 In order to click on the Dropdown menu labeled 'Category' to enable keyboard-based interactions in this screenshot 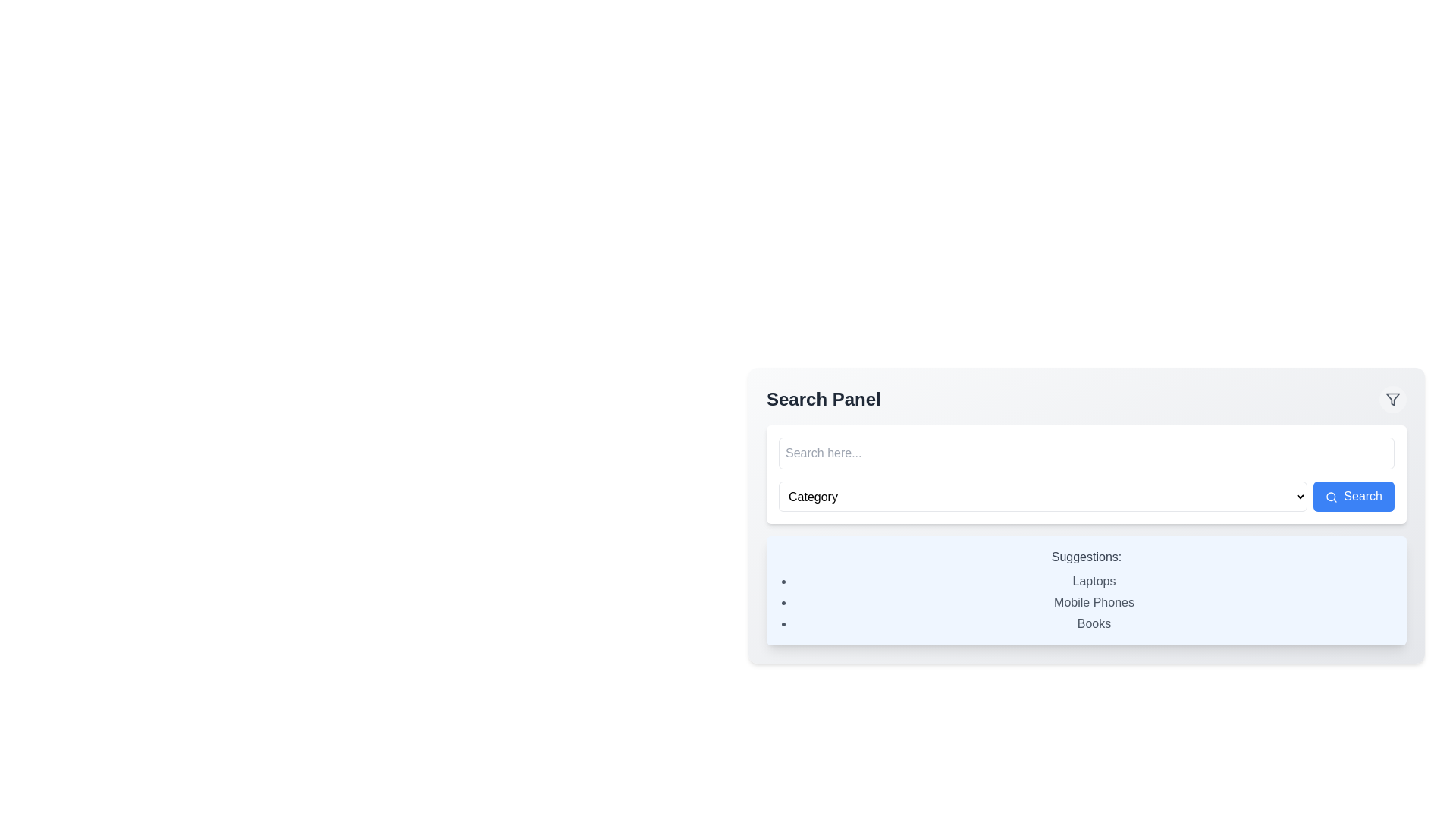, I will do `click(1041, 497)`.